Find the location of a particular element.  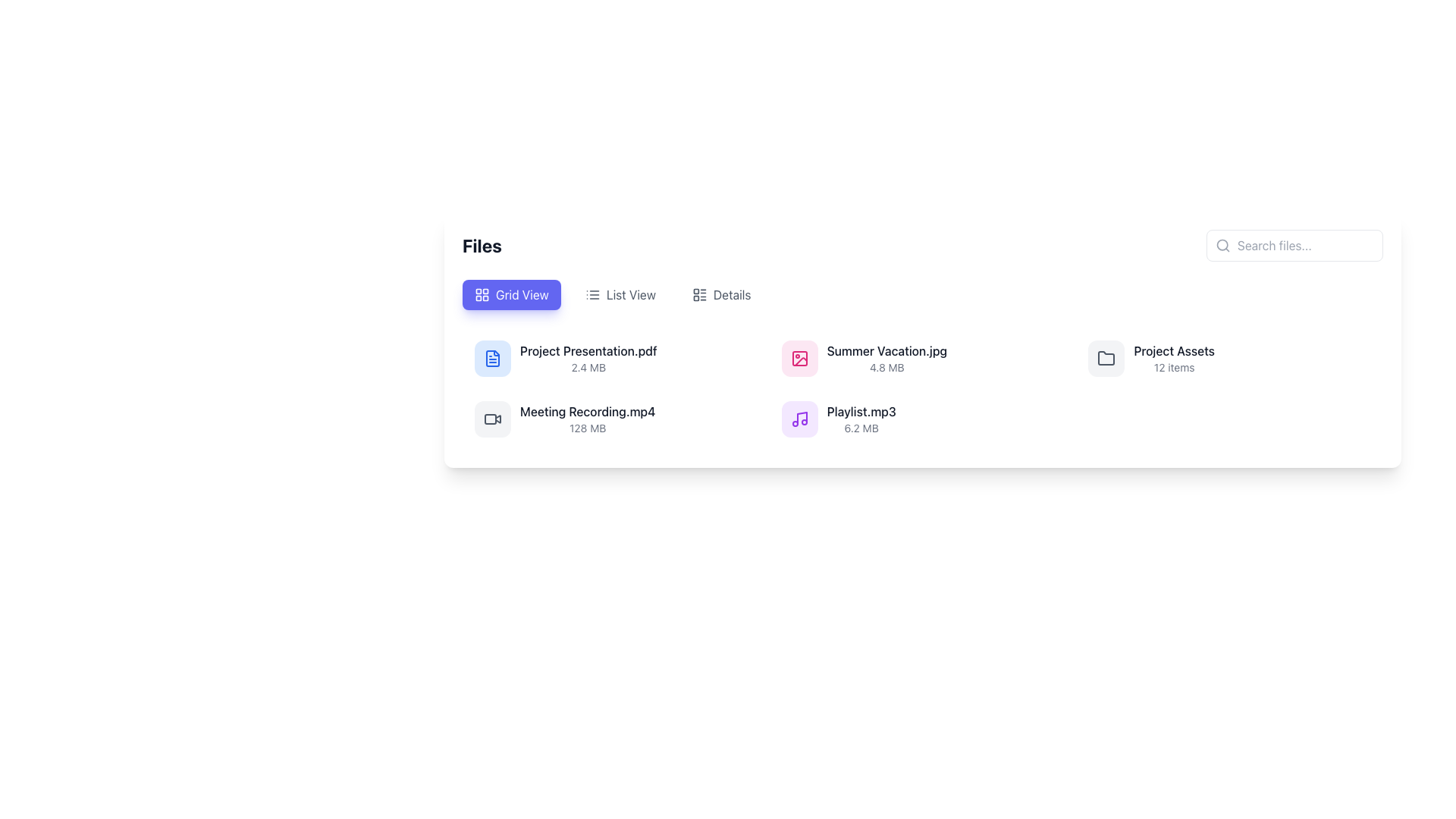

the SVG rectangle that is part of the video camera icon representing 'Meeting Recording.mp4', located at the center-right of the icon is located at coordinates (491, 419).